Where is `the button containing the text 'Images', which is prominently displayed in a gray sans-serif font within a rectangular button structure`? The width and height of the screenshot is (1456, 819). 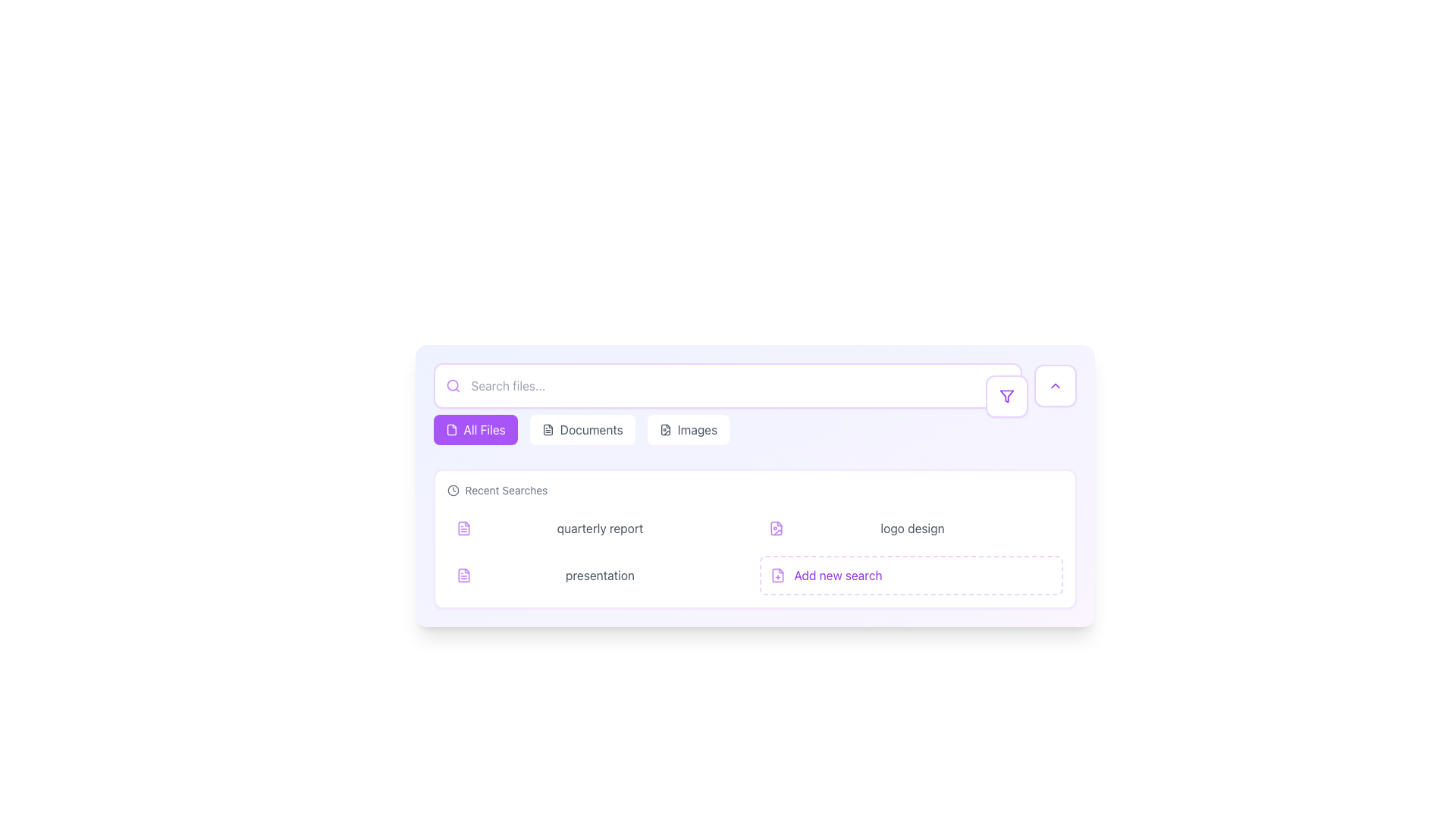
the button containing the text 'Images', which is prominently displayed in a gray sans-serif font within a rectangular button structure is located at coordinates (696, 430).